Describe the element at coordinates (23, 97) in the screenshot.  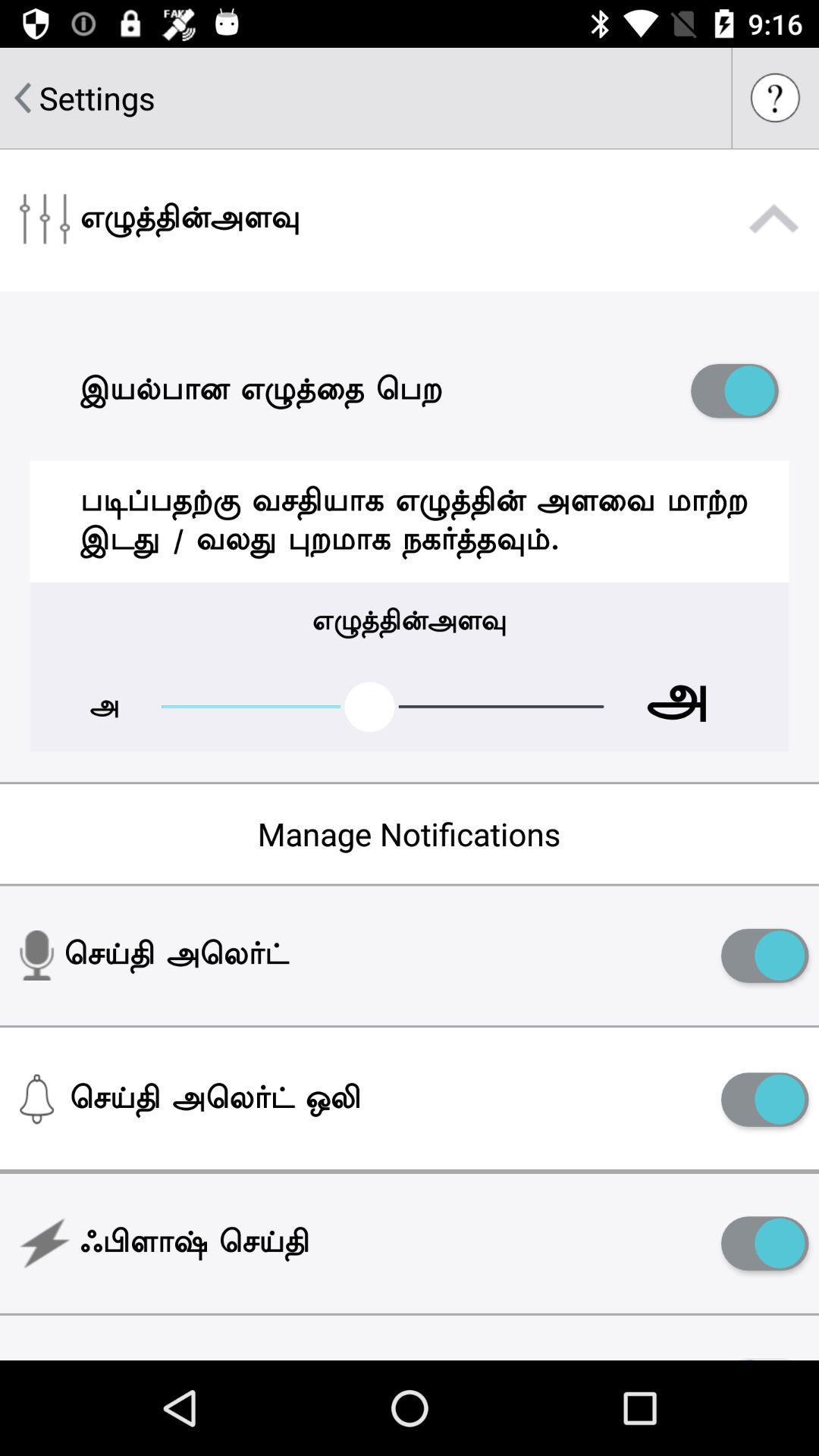
I see `item to the left of settings item` at that location.